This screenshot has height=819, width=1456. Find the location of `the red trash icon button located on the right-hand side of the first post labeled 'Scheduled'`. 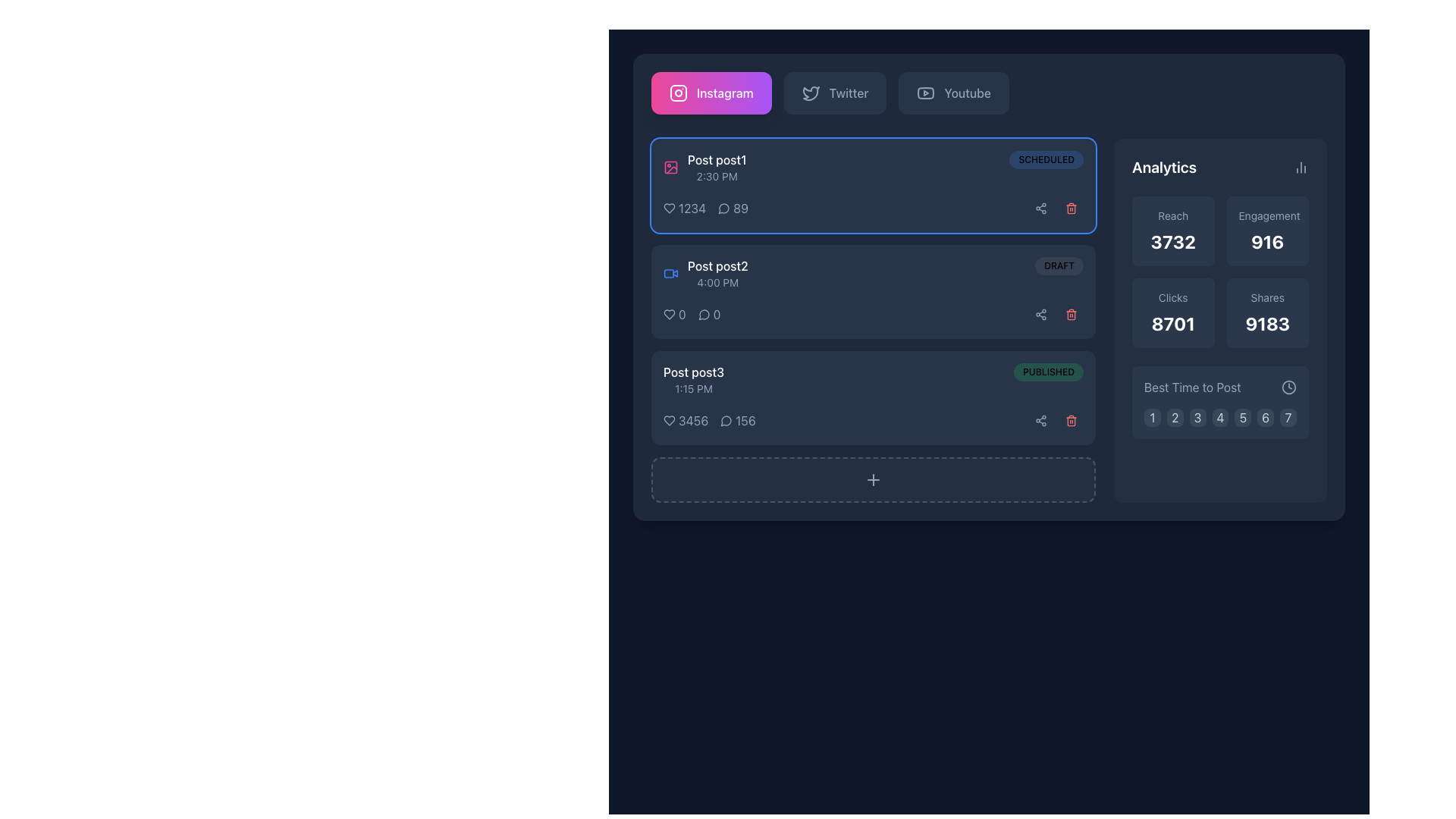

the red trash icon button located on the right-hand side of the first post labeled 'Scheduled' is located at coordinates (1070, 208).